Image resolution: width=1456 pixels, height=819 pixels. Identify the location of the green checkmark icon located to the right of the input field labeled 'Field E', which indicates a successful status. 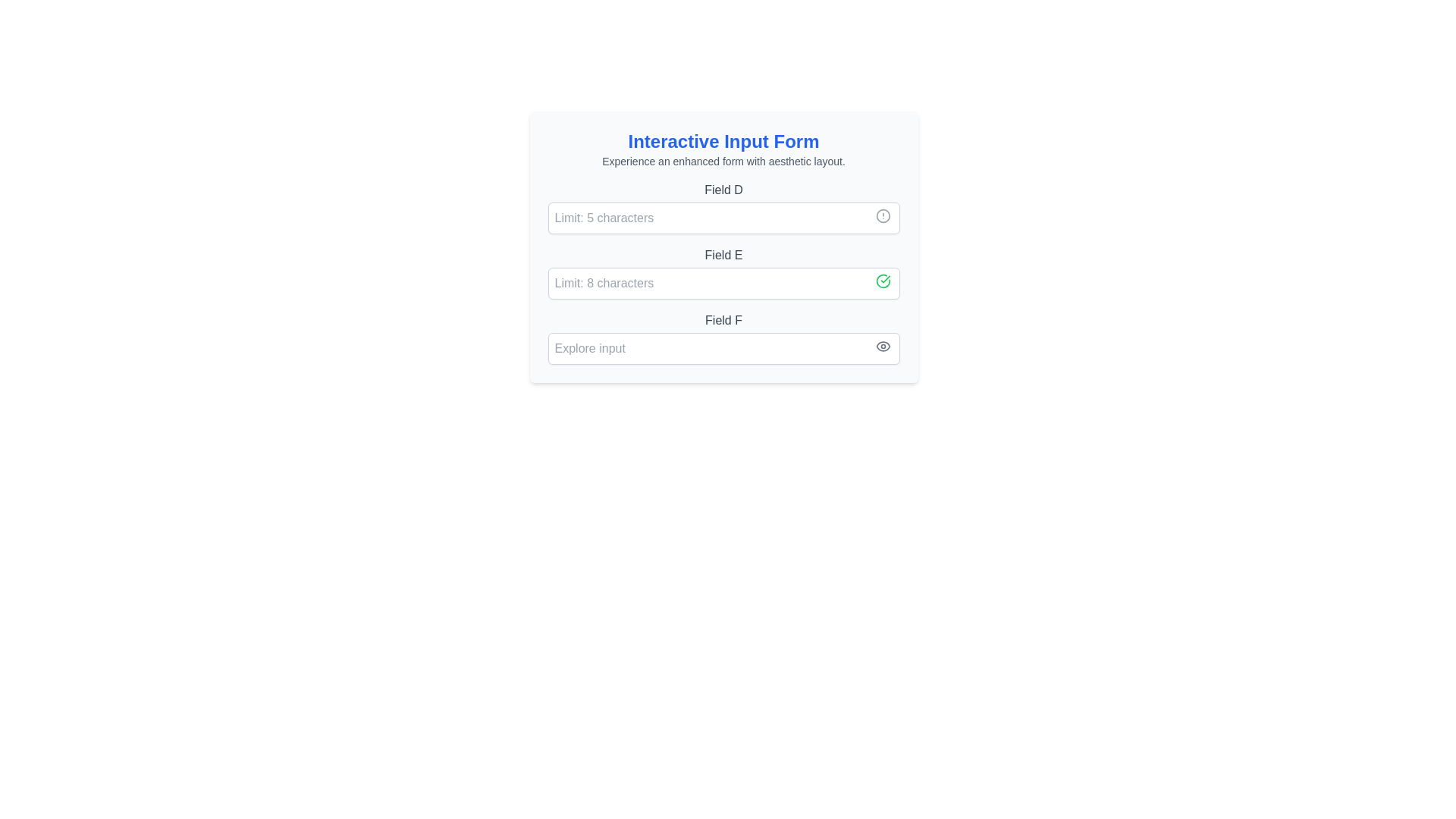
(883, 281).